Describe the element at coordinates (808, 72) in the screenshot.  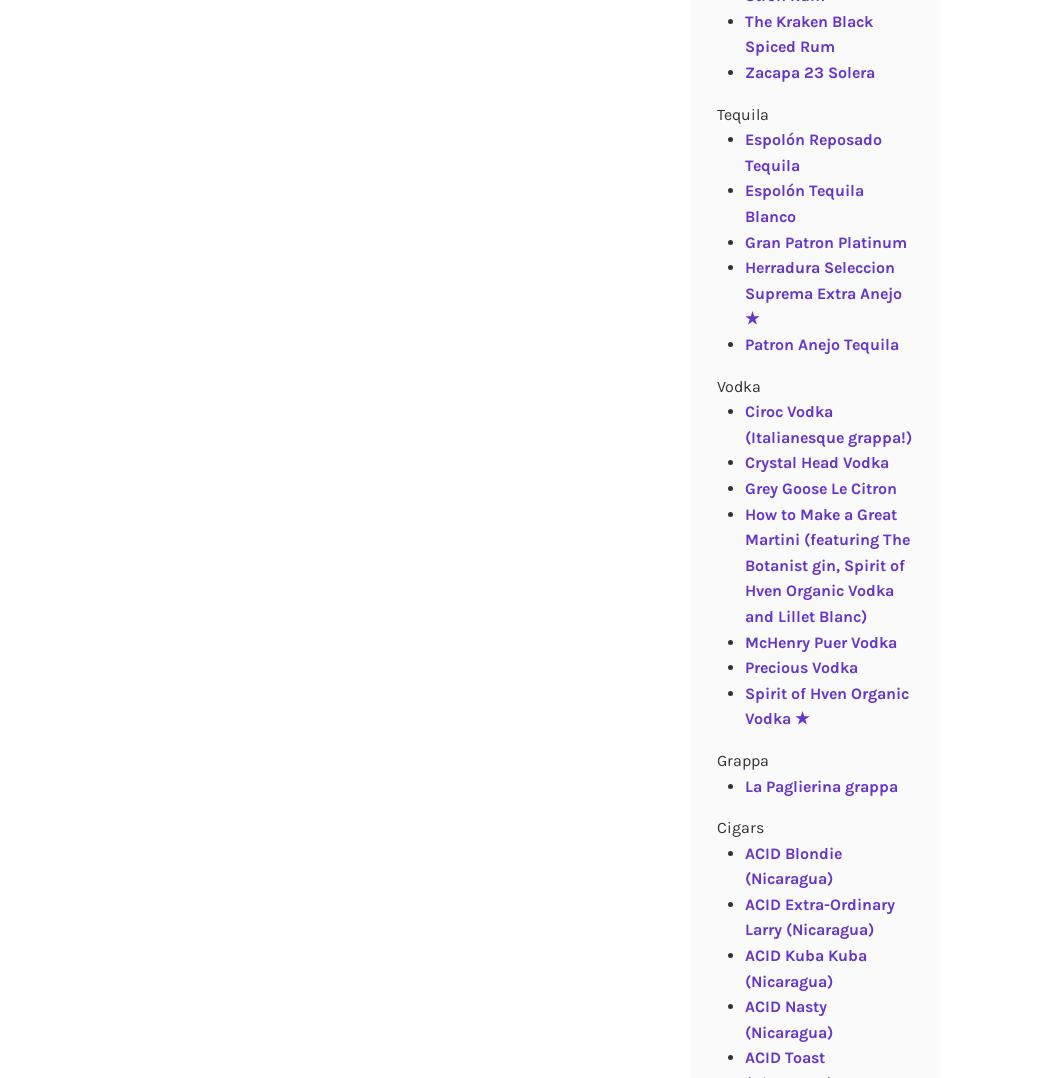
I see `'Zacapa 23 Solera'` at that location.